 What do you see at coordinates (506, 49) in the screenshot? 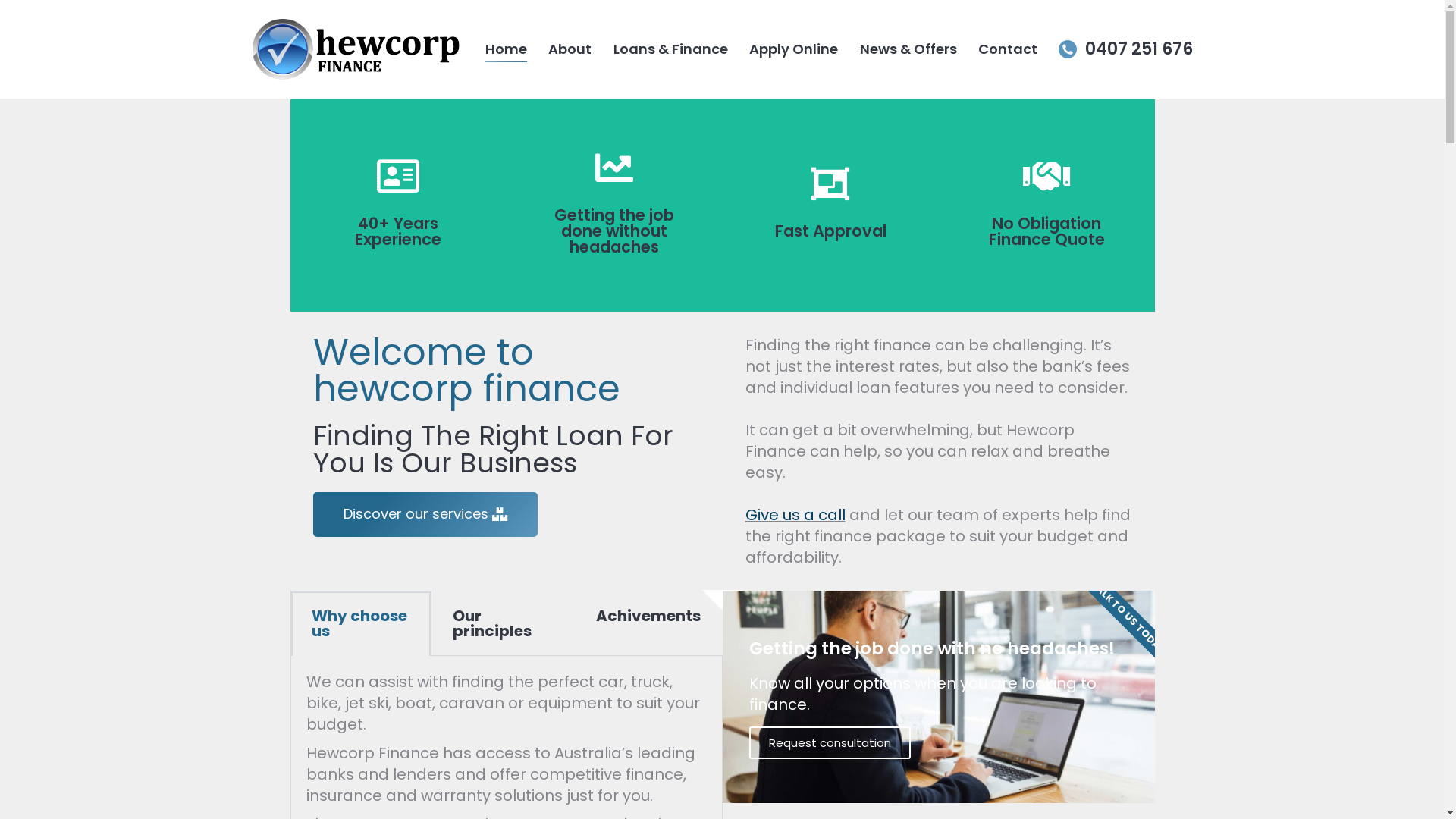
I see `'Home'` at bounding box center [506, 49].